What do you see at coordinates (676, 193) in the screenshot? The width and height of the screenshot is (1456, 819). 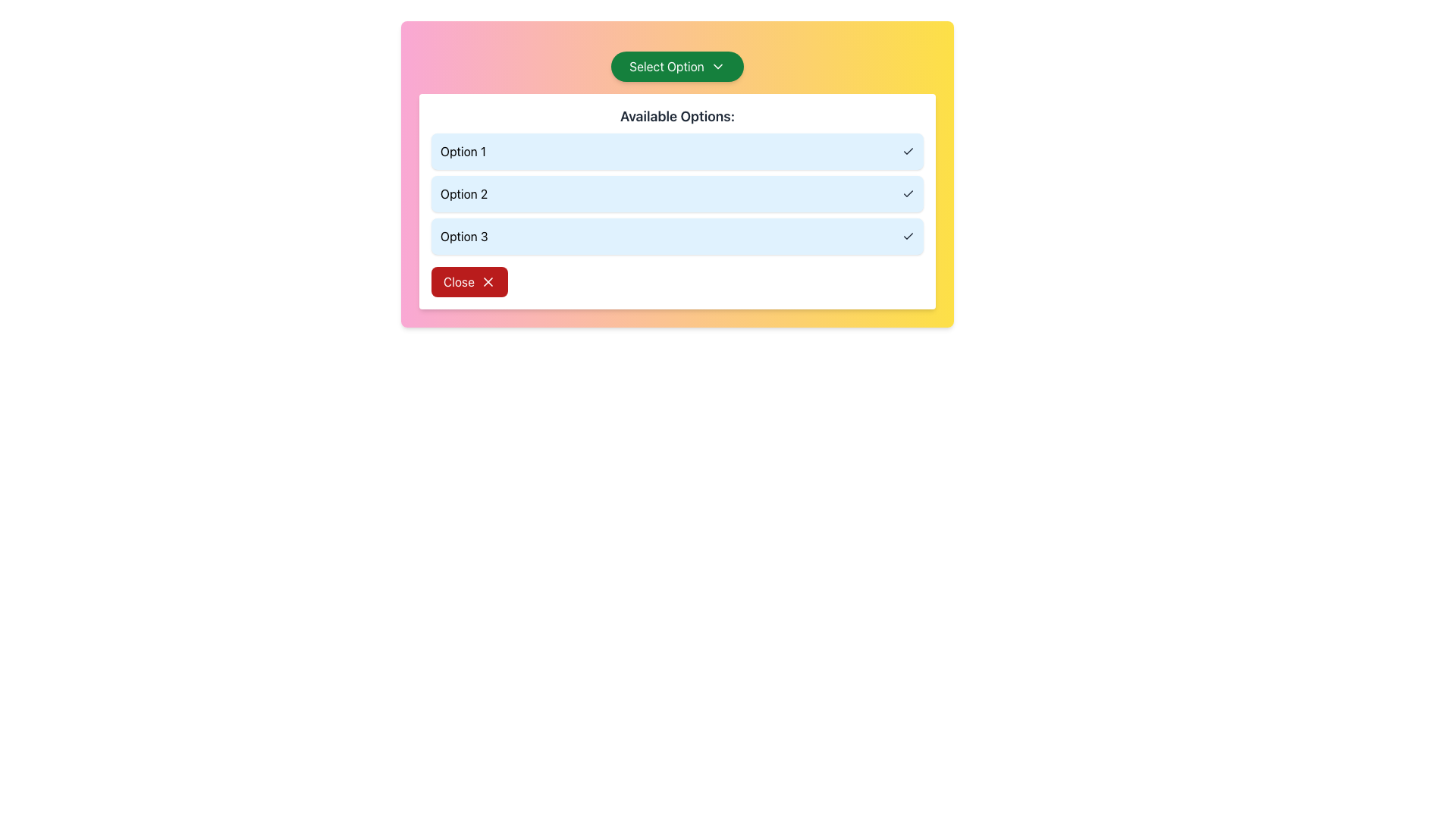 I see `the second selectable option` at bounding box center [676, 193].